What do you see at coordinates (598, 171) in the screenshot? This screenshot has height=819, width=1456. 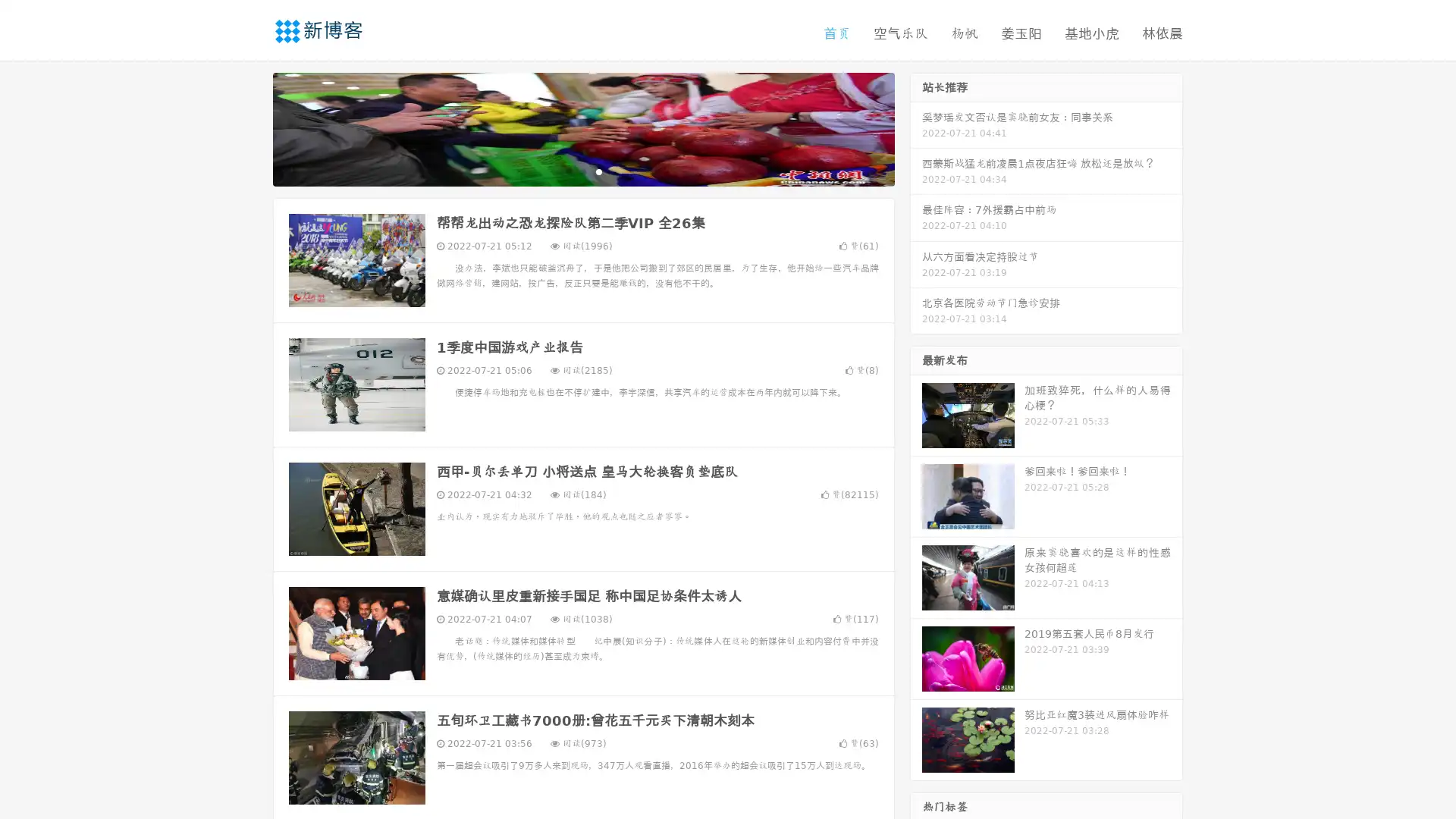 I see `Go to slide 3` at bounding box center [598, 171].